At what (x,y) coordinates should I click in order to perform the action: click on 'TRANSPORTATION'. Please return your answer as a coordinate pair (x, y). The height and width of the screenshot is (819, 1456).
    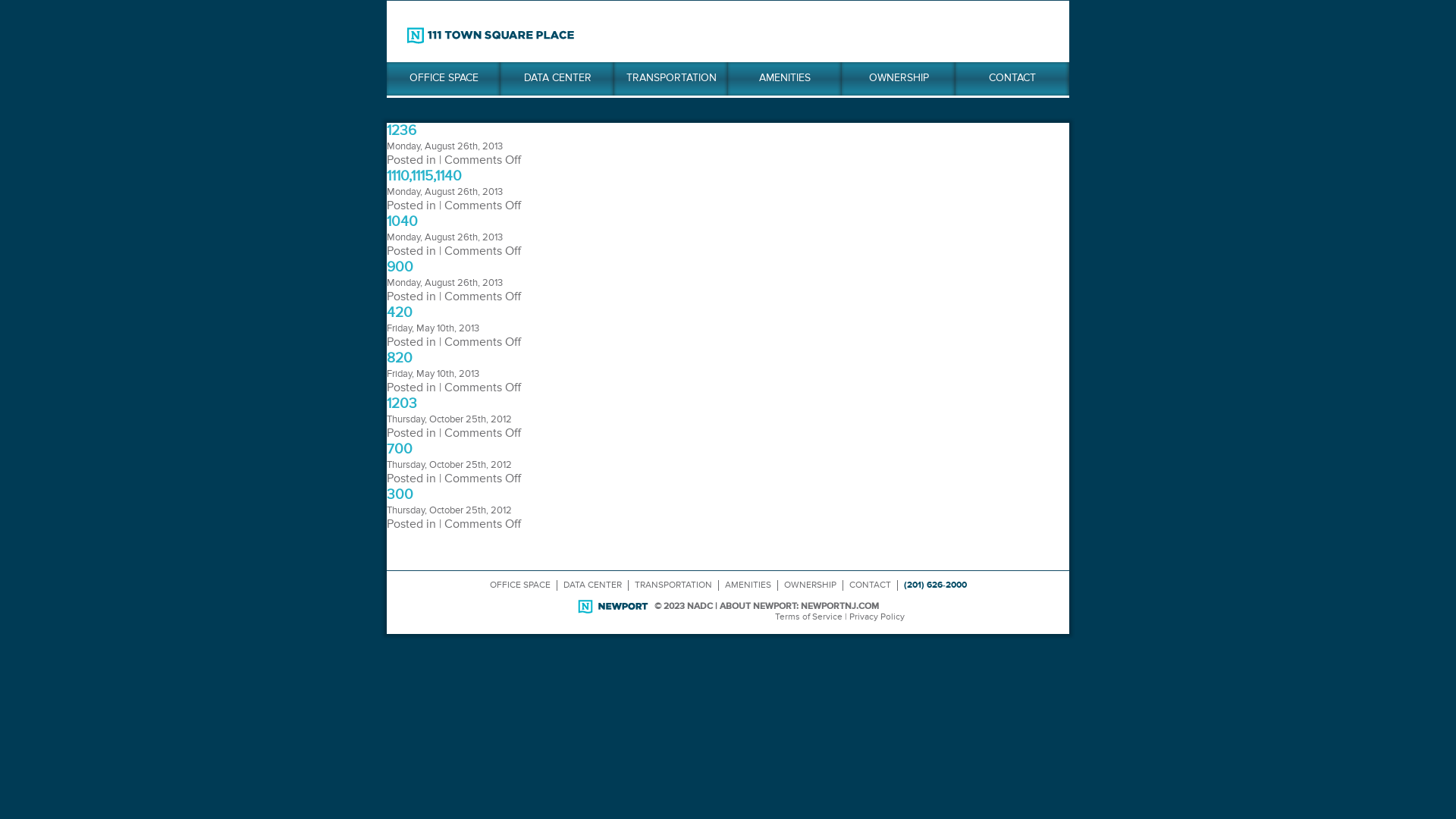
    Looking at the image, I should click on (670, 79).